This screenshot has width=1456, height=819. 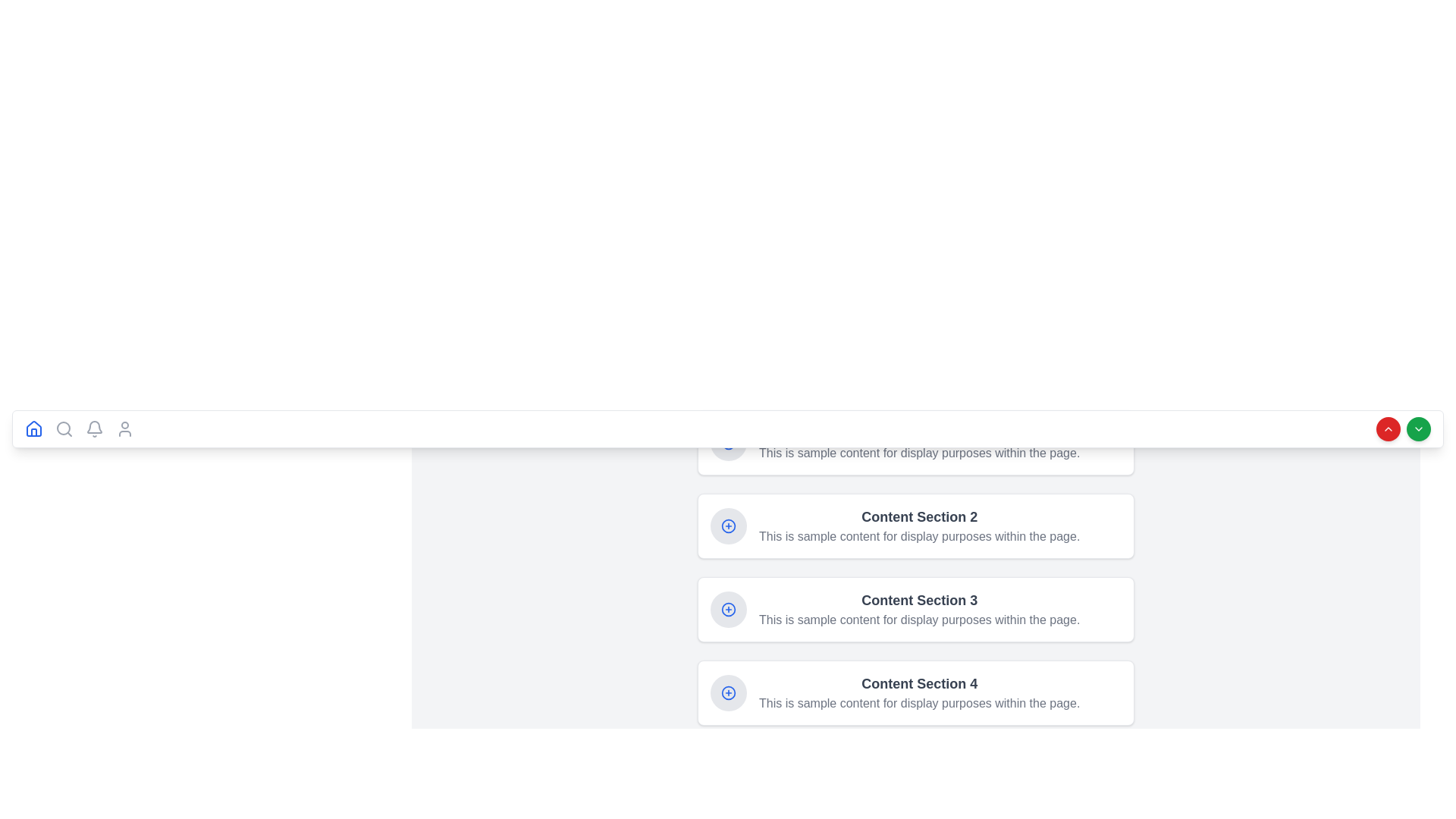 I want to click on descriptive text content located directly below the title 'Content Section 1' in the uppermost section of the vertically-stacked list, so click(x=918, y=442).